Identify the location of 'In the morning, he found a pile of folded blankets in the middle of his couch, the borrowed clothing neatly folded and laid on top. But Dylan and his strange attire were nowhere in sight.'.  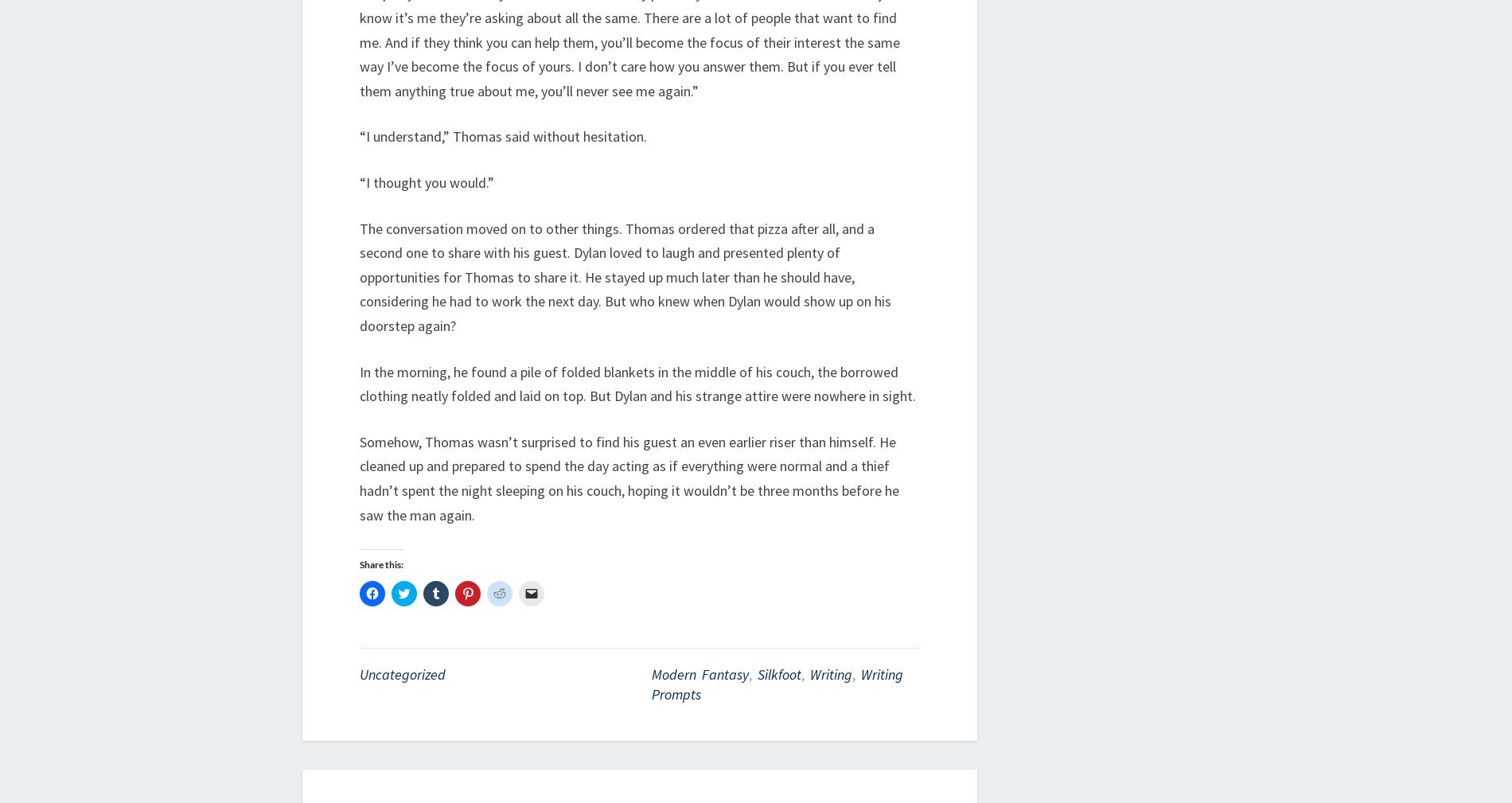
(637, 382).